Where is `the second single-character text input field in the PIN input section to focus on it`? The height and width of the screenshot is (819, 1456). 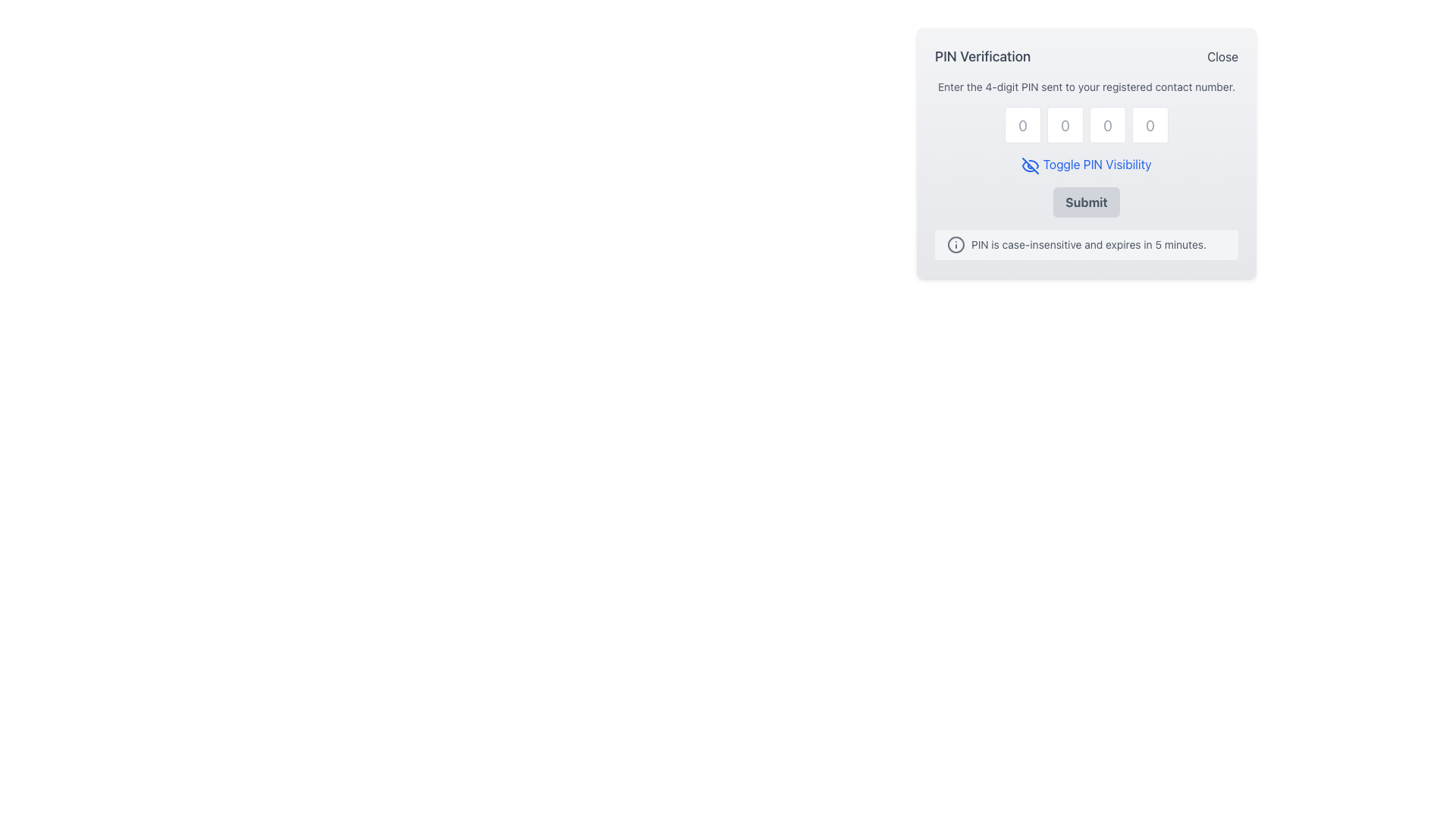
the second single-character text input field in the PIN input section to focus on it is located at coordinates (1065, 124).